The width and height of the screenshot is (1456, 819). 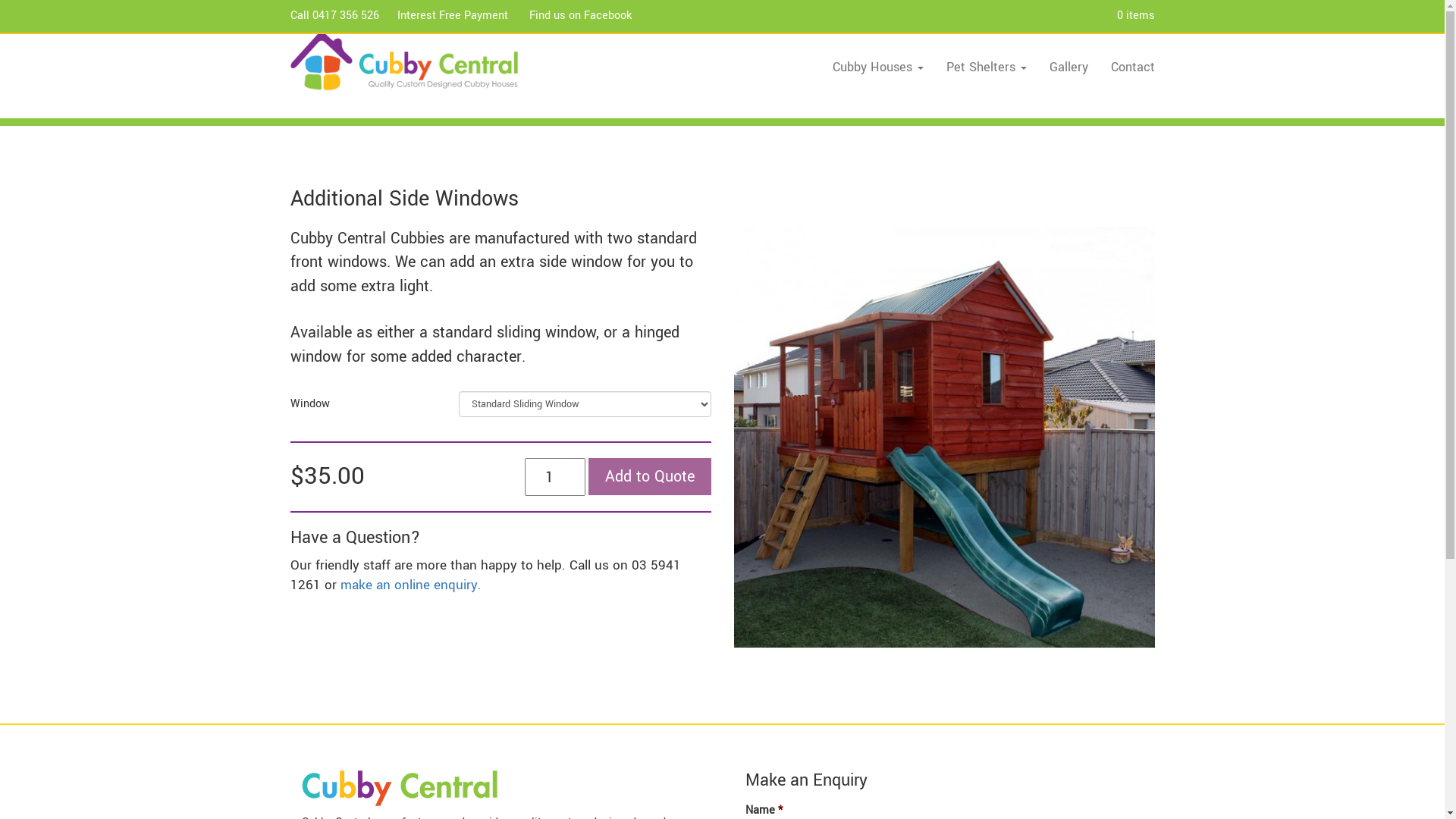 I want to click on 'Find us on Facebook', so click(x=579, y=15).